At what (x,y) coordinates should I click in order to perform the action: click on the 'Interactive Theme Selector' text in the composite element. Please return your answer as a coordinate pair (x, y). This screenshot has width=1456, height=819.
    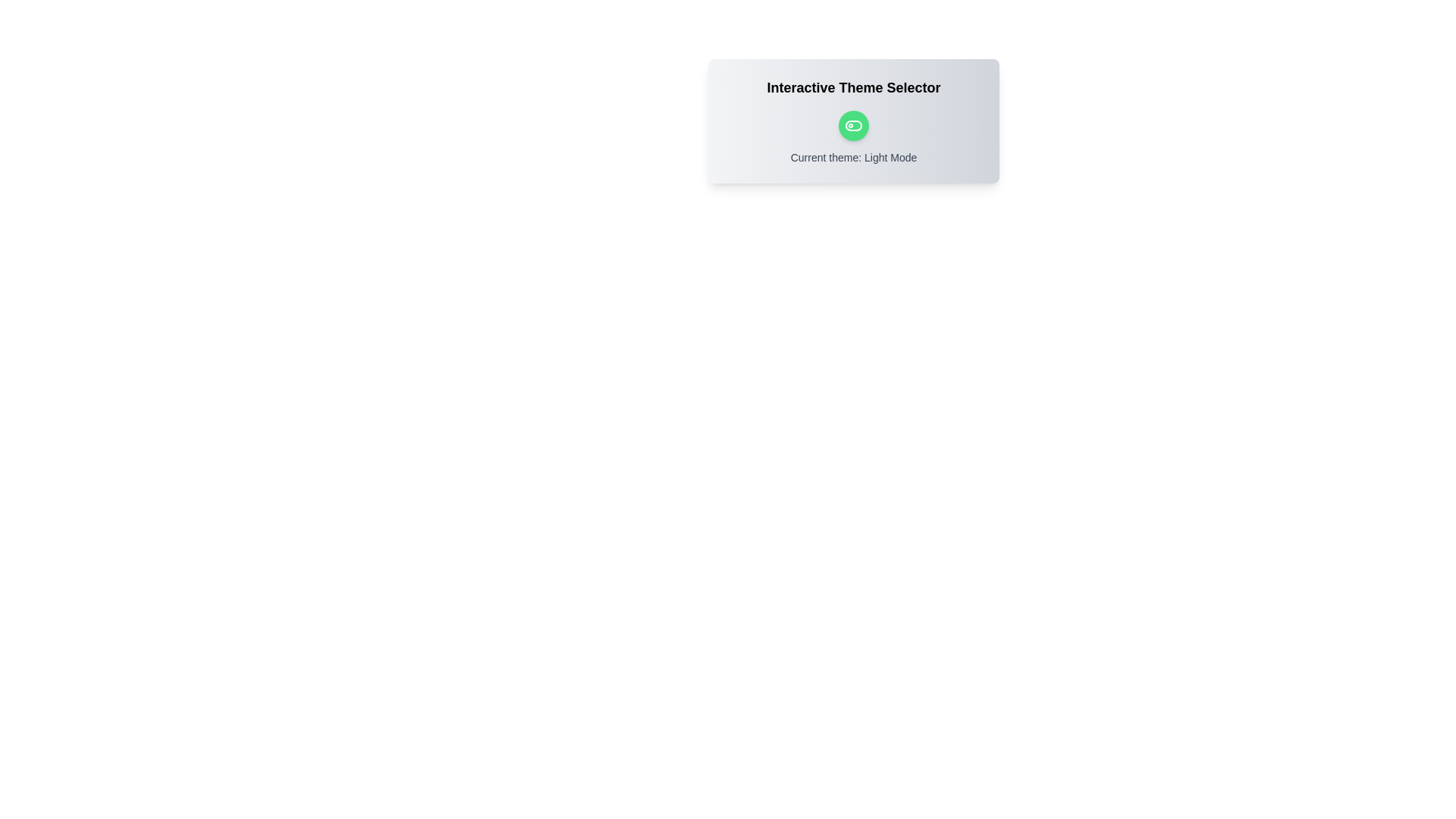
    Looking at the image, I should click on (854, 120).